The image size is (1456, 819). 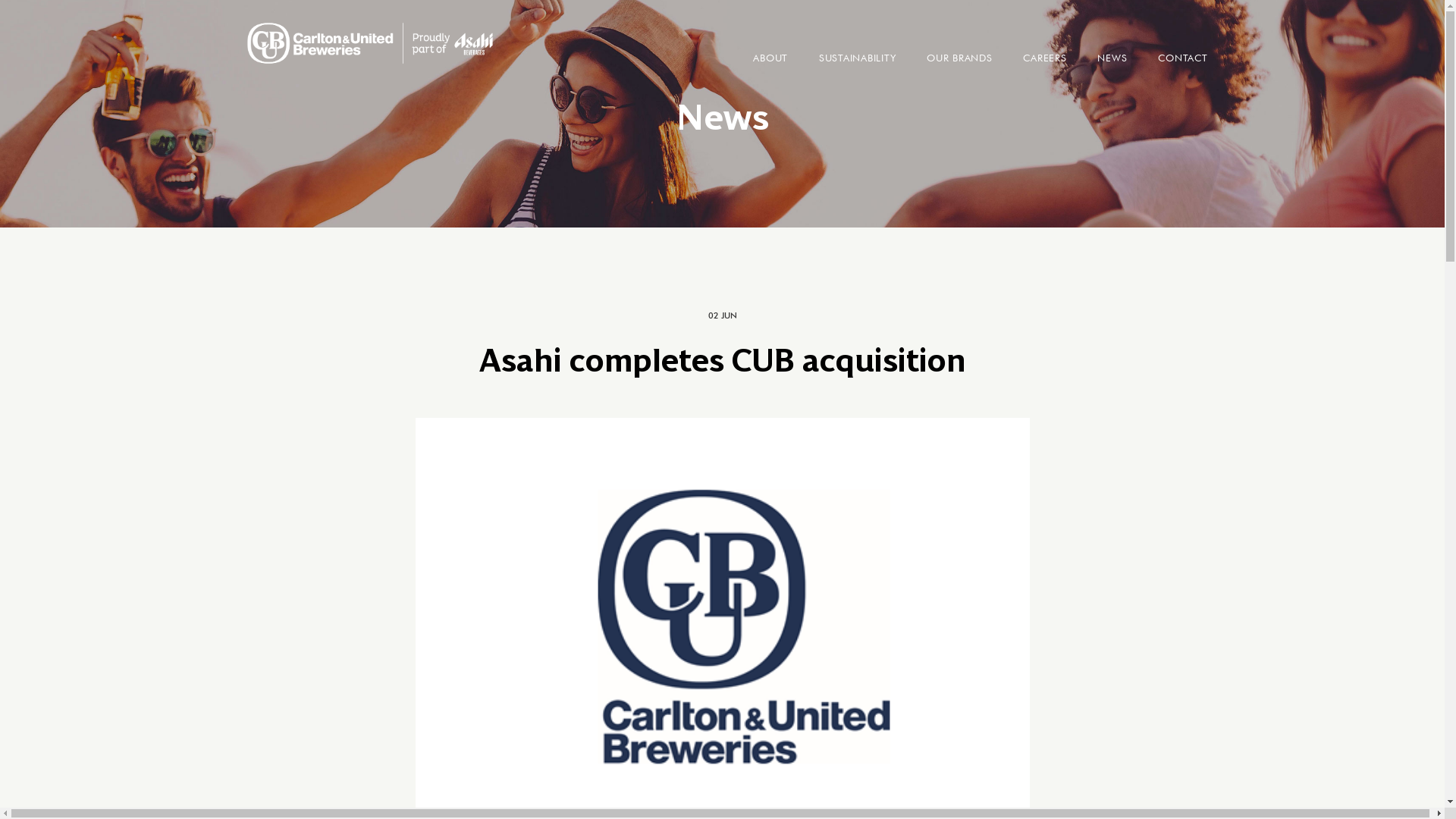 What do you see at coordinates (858, 63) in the screenshot?
I see `'SUSTAINABILITY'` at bounding box center [858, 63].